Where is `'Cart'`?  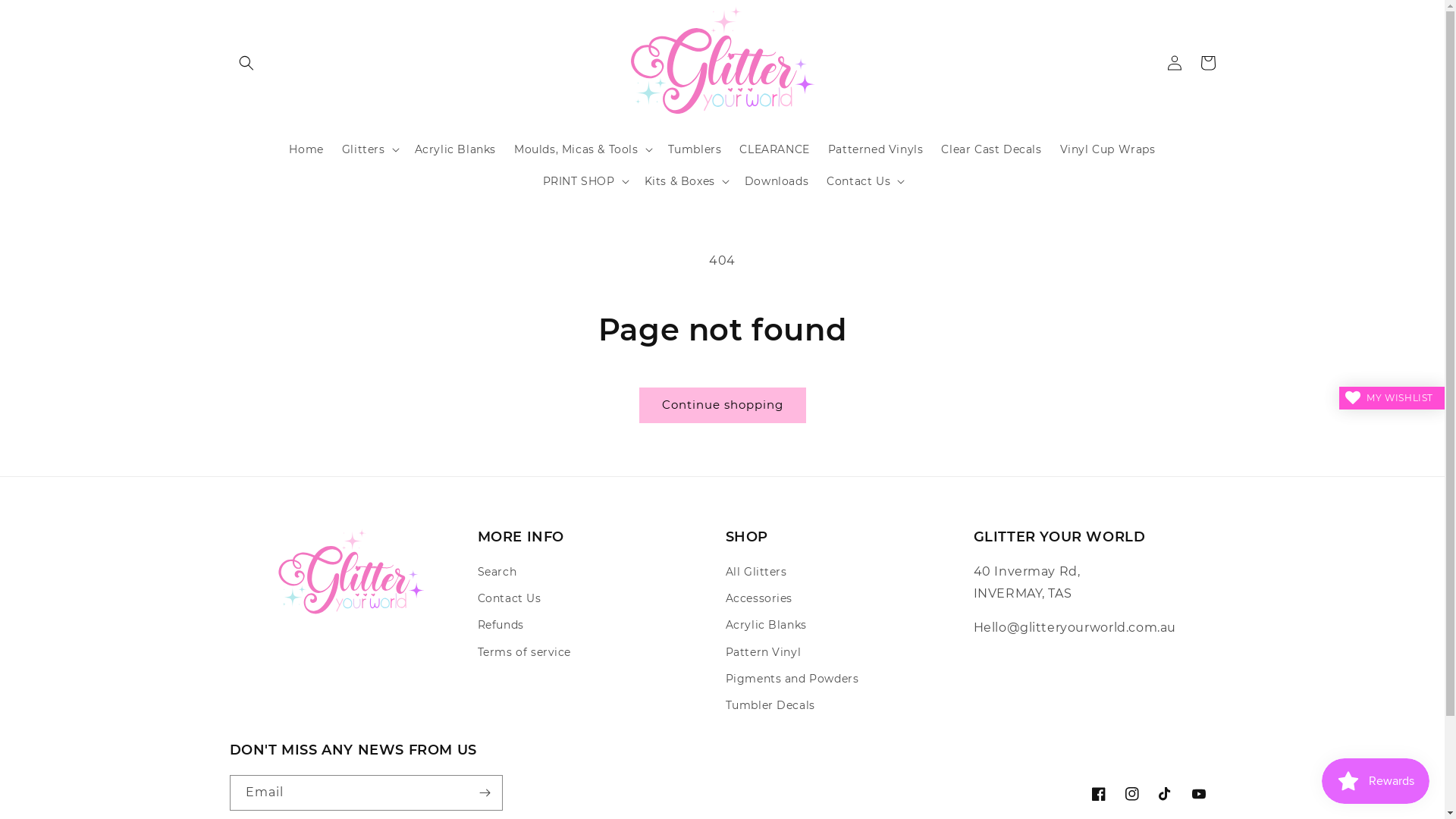 'Cart' is located at coordinates (1207, 61).